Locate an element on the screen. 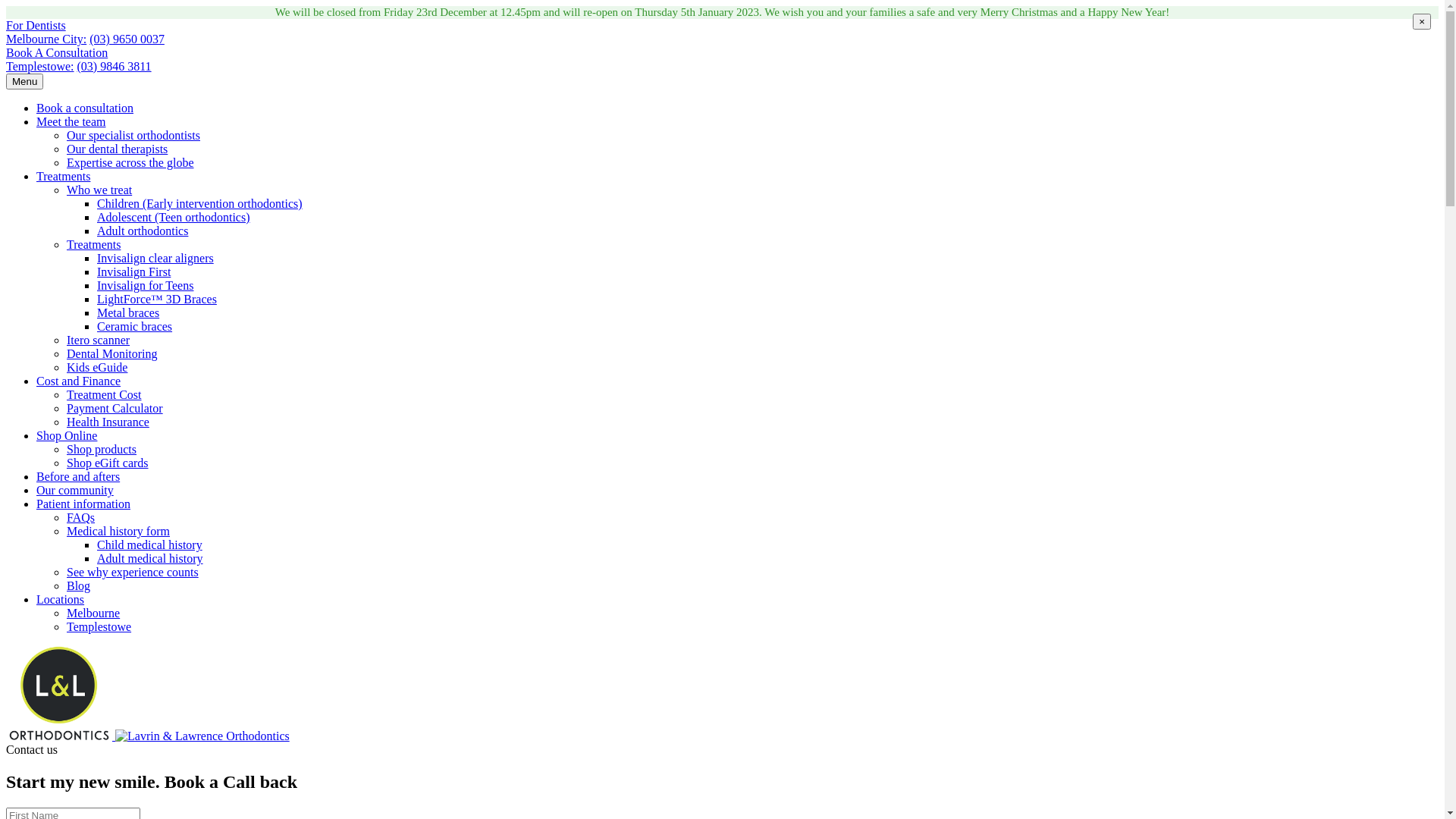  'Before and afters' is located at coordinates (36, 475).